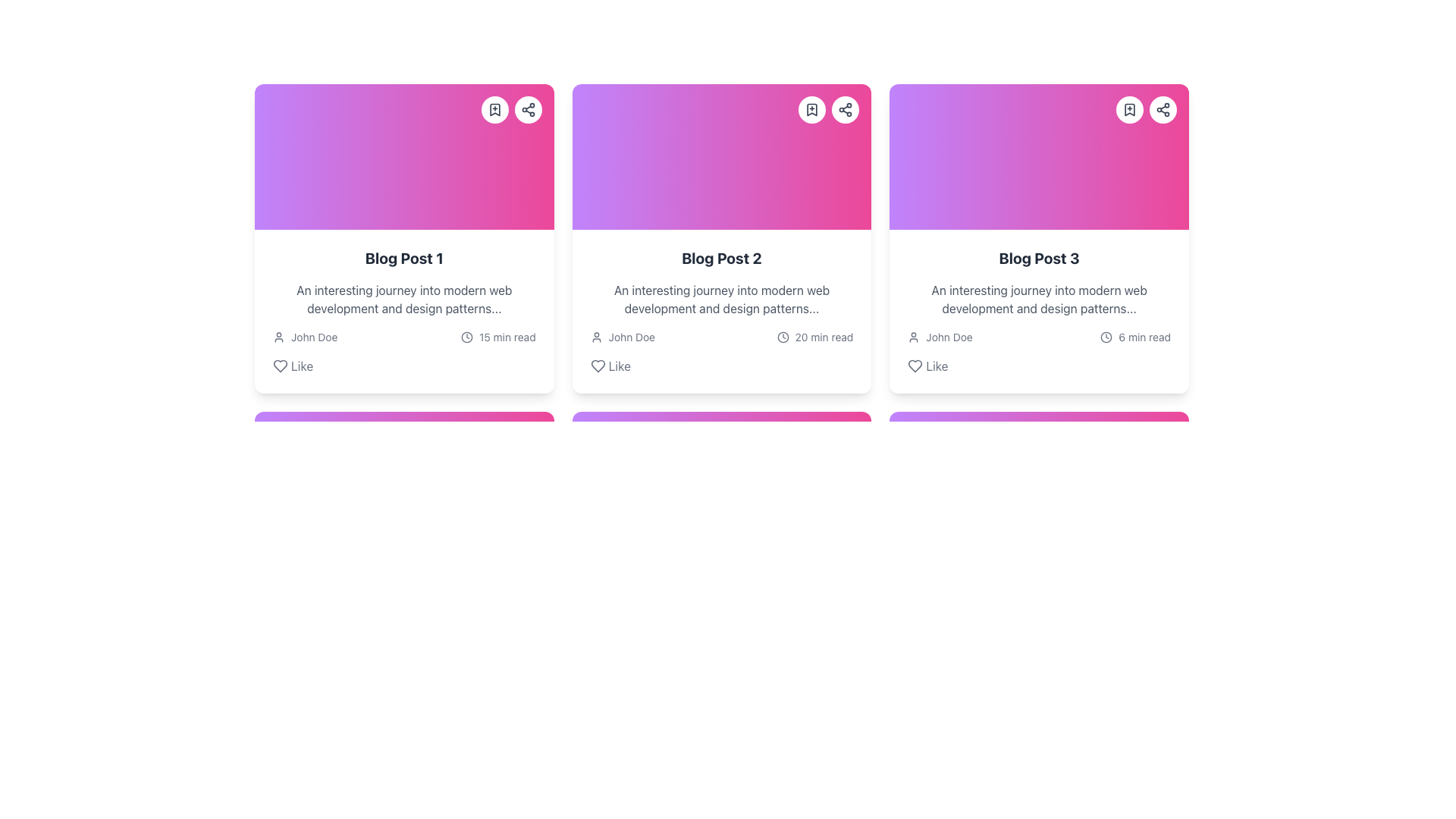 The width and height of the screenshot is (1456, 819). Describe the element at coordinates (404, 257) in the screenshot. I see `the bold title 'Blog Post 1' displayed in dark gray at the top of the section card` at that location.